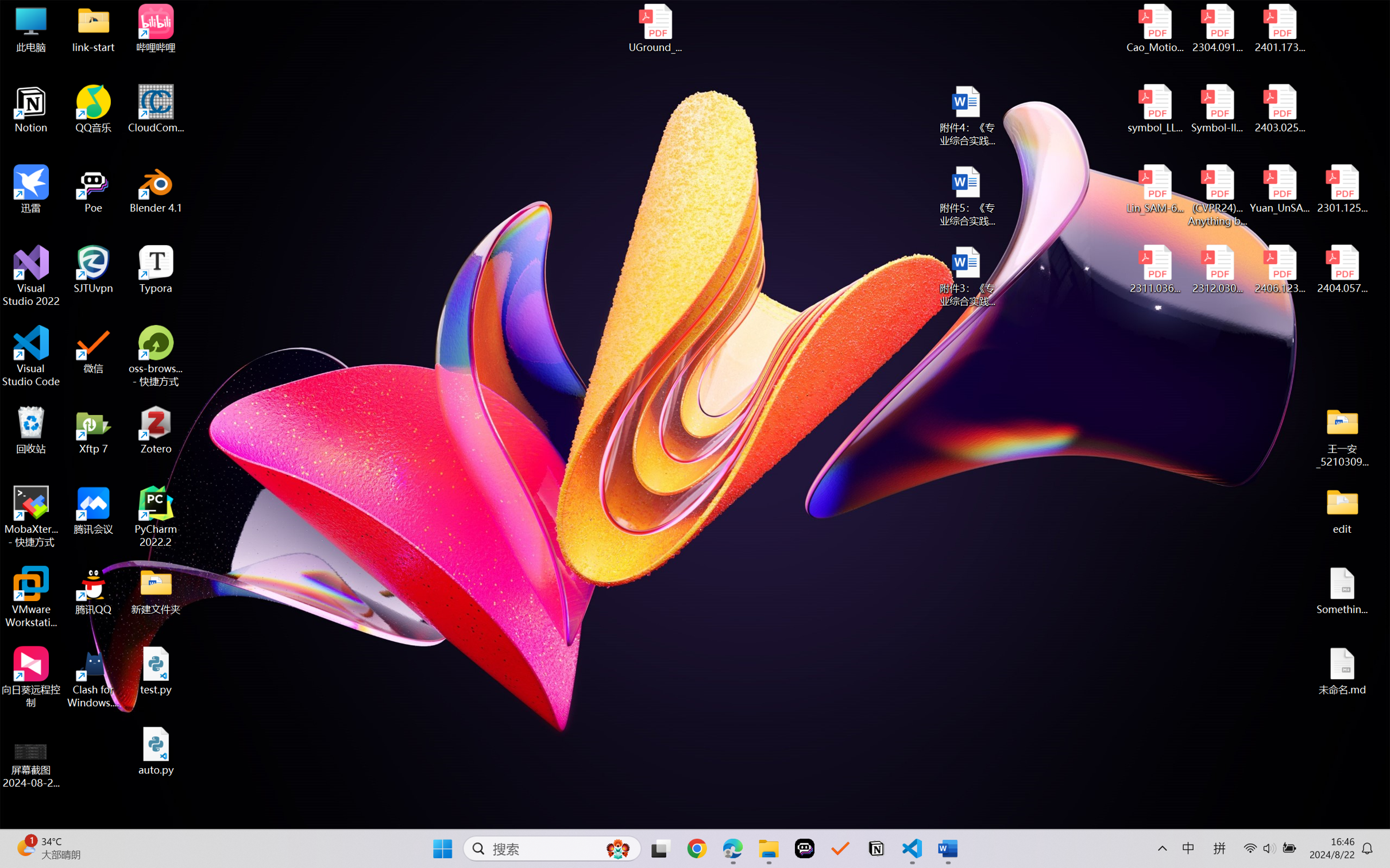 The image size is (1390, 868). What do you see at coordinates (156, 109) in the screenshot?
I see `'CloudCompare'` at bounding box center [156, 109].